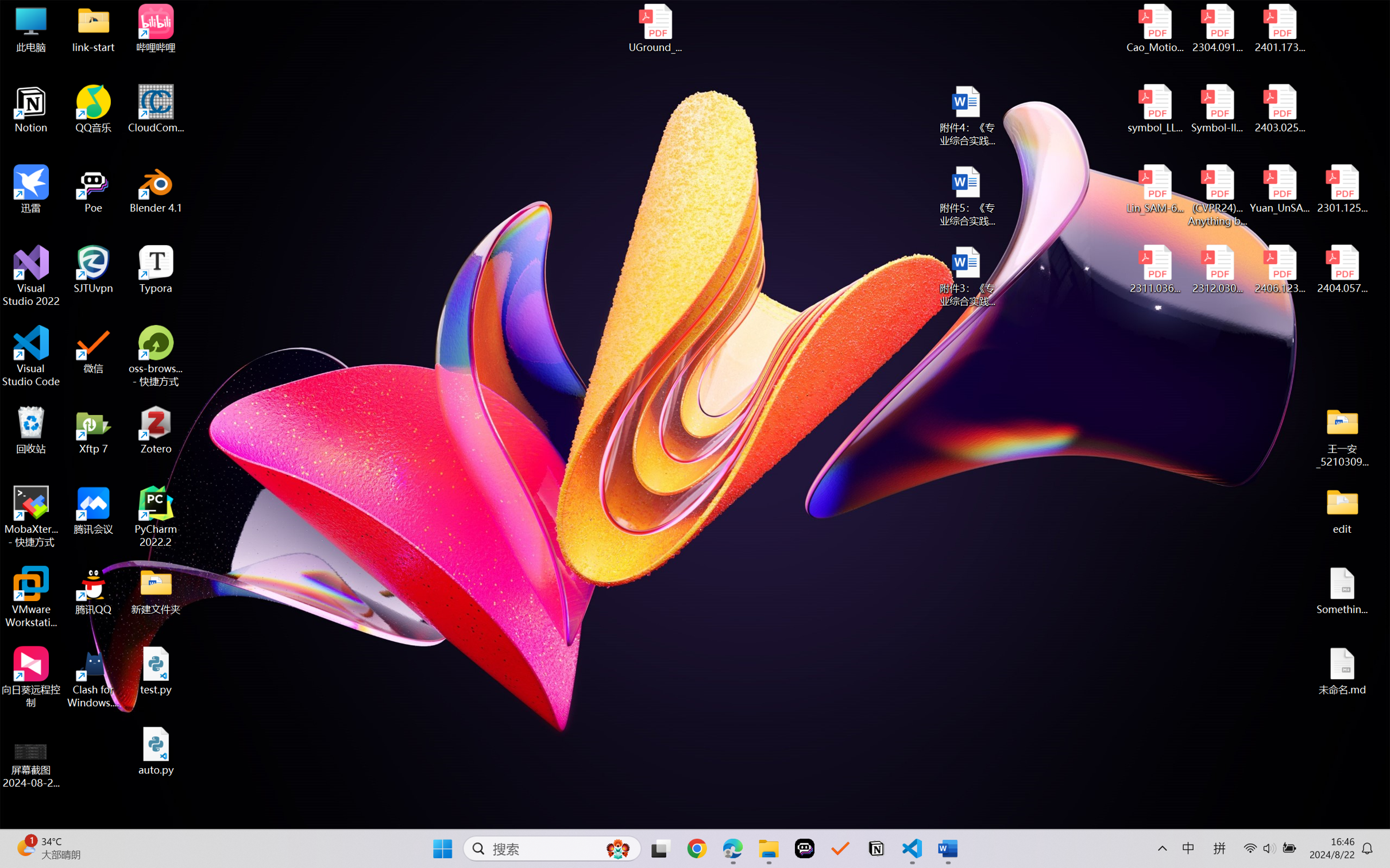 The image size is (1390, 868). What do you see at coordinates (156, 109) in the screenshot?
I see `'CloudCompare'` at bounding box center [156, 109].